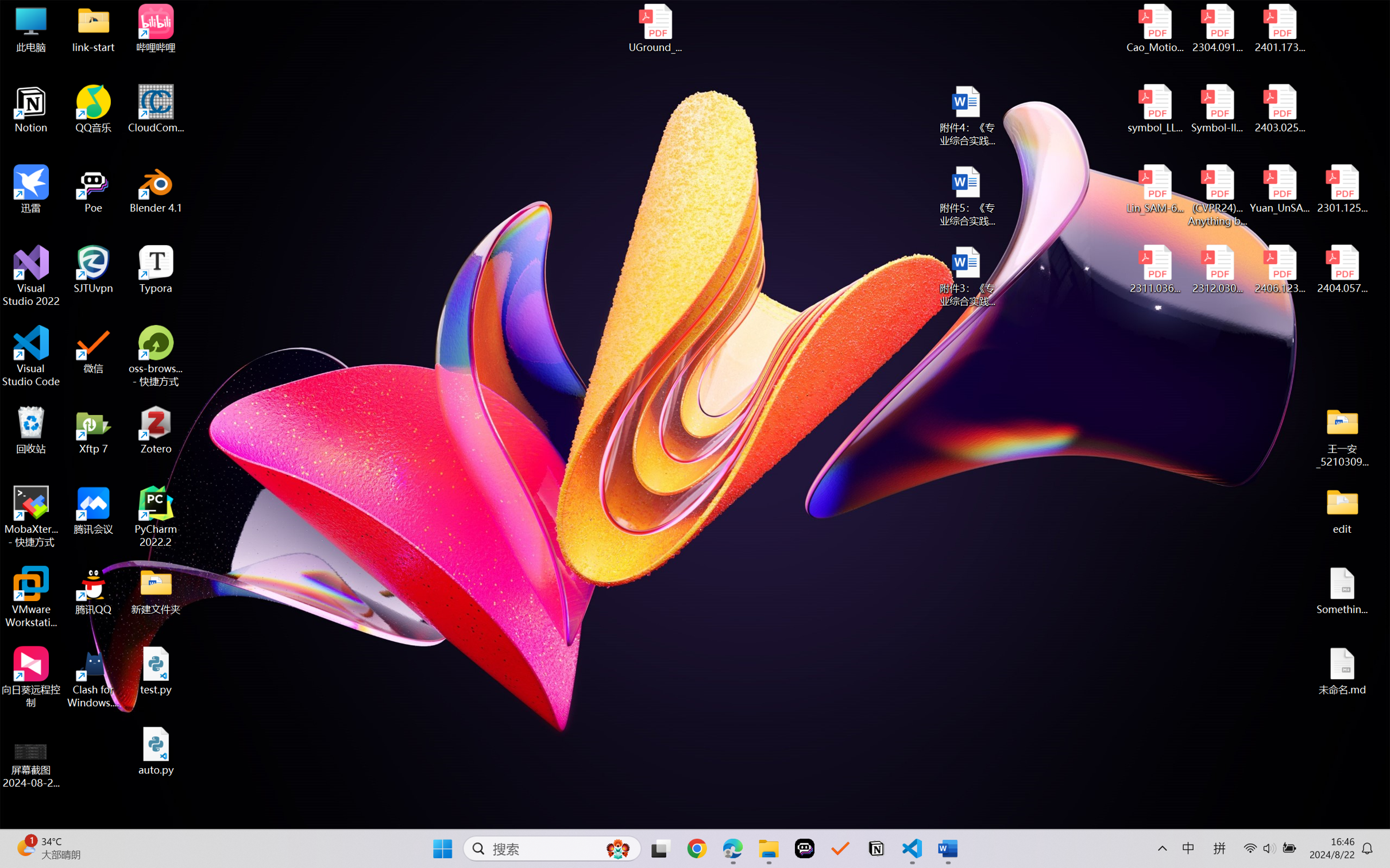 The image size is (1390, 868). What do you see at coordinates (156, 109) in the screenshot?
I see `'CloudCompare'` at bounding box center [156, 109].